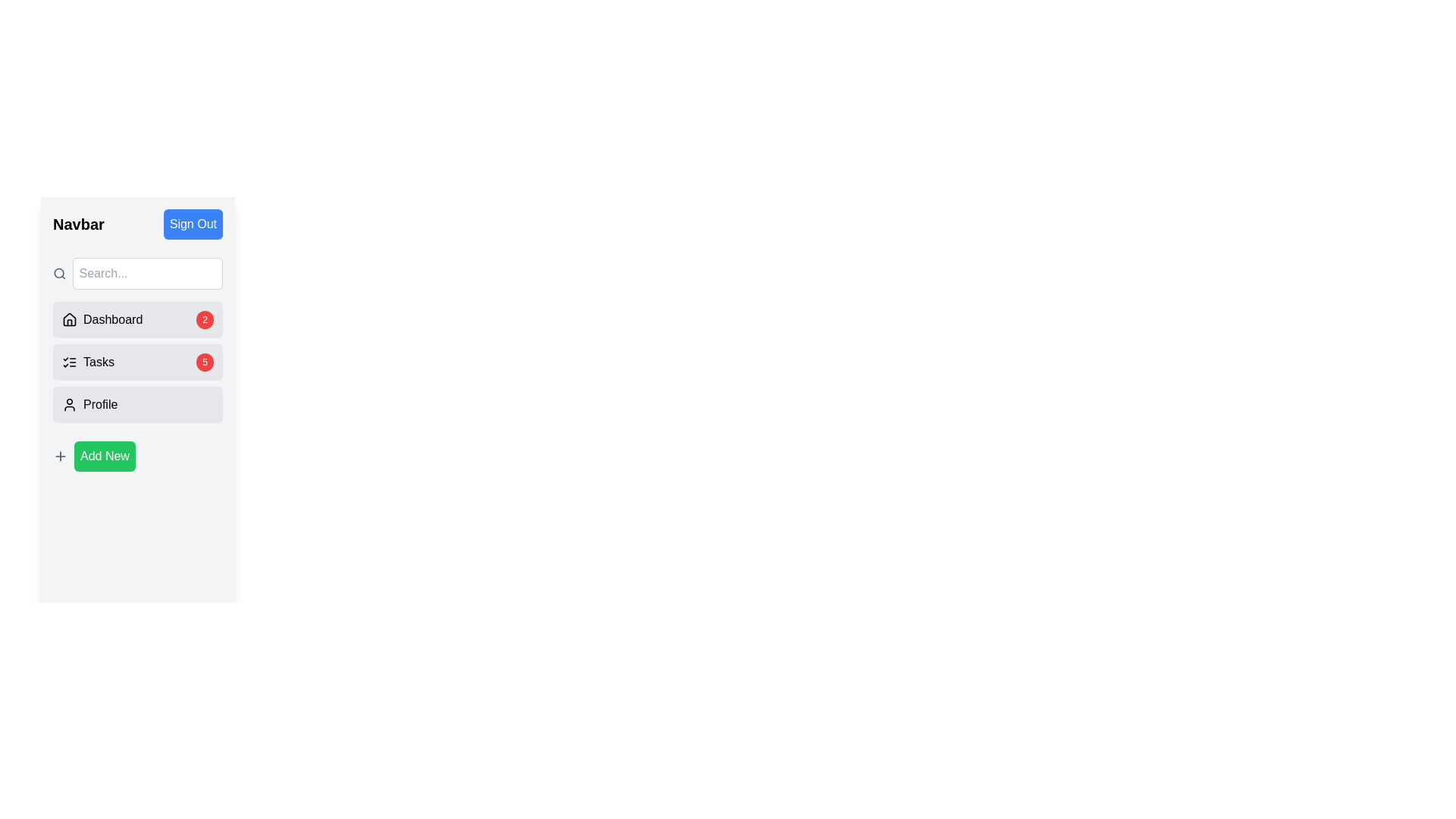  What do you see at coordinates (138, 362) in the screenshot?
I see `the 'Tasks' button-like menu item, which is a horizontally aligned bar with a light gray background, rounded corners, and a red circular badge with the number '5', to observe any tooltip or styling changes` at bounding box center [138, 362].